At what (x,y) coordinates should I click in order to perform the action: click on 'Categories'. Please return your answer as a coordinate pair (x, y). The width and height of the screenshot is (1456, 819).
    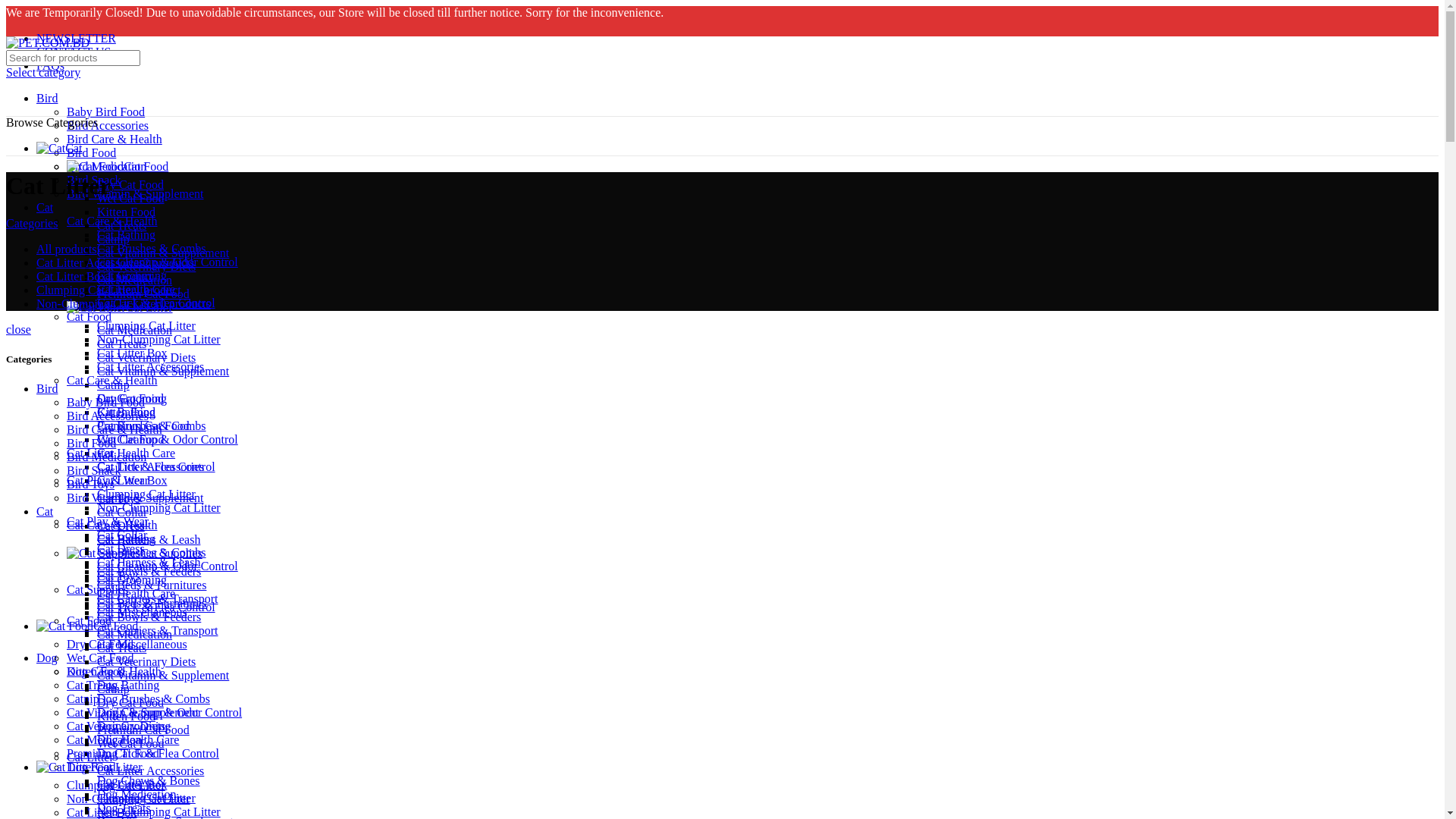
    Looking at the image, I should click on (6, 223).